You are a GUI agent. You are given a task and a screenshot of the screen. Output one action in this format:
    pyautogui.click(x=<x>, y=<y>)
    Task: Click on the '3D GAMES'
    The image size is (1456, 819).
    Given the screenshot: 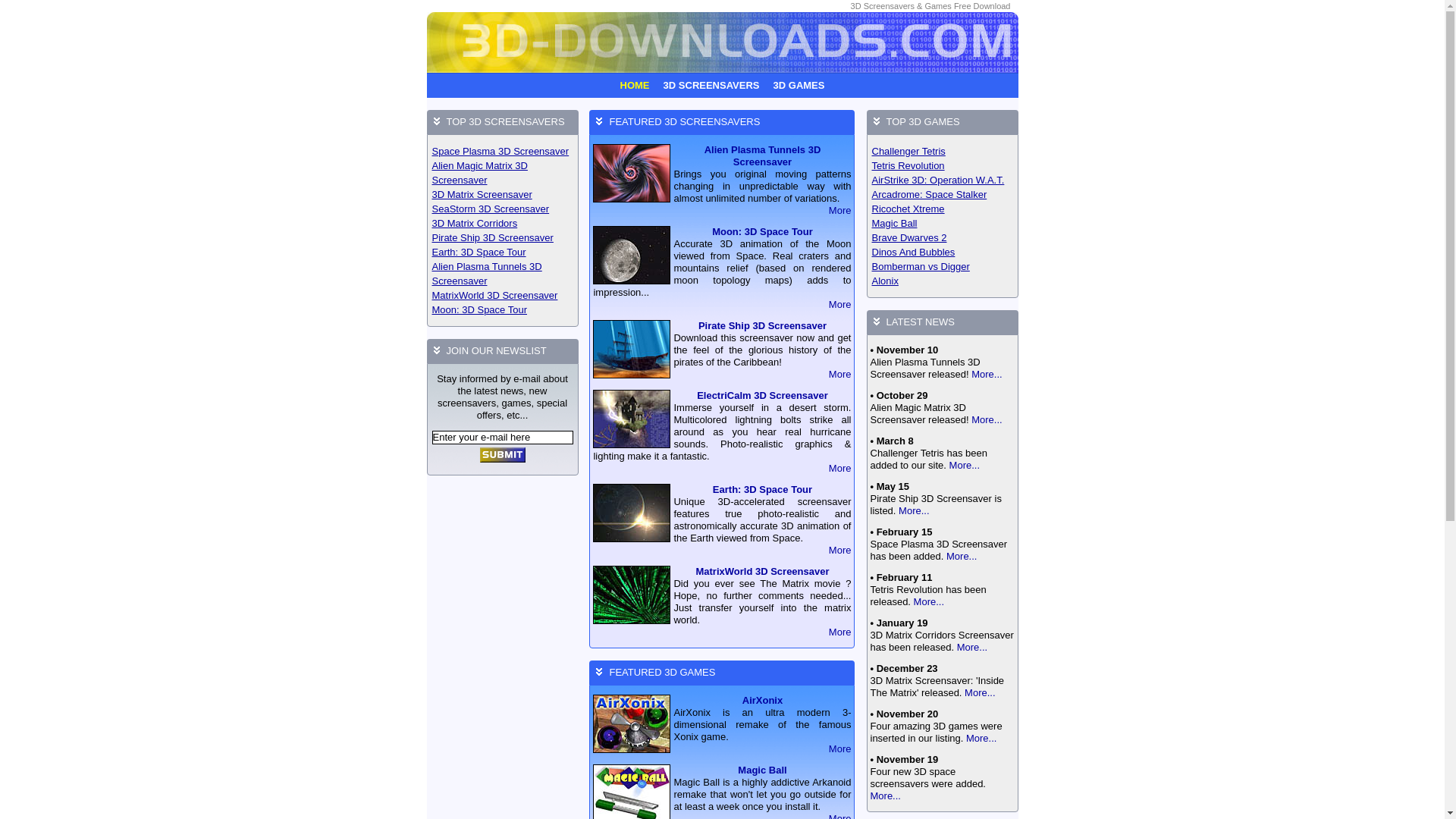 What is the action you would take?
    pyautogui.click(x=799, y=85)
    